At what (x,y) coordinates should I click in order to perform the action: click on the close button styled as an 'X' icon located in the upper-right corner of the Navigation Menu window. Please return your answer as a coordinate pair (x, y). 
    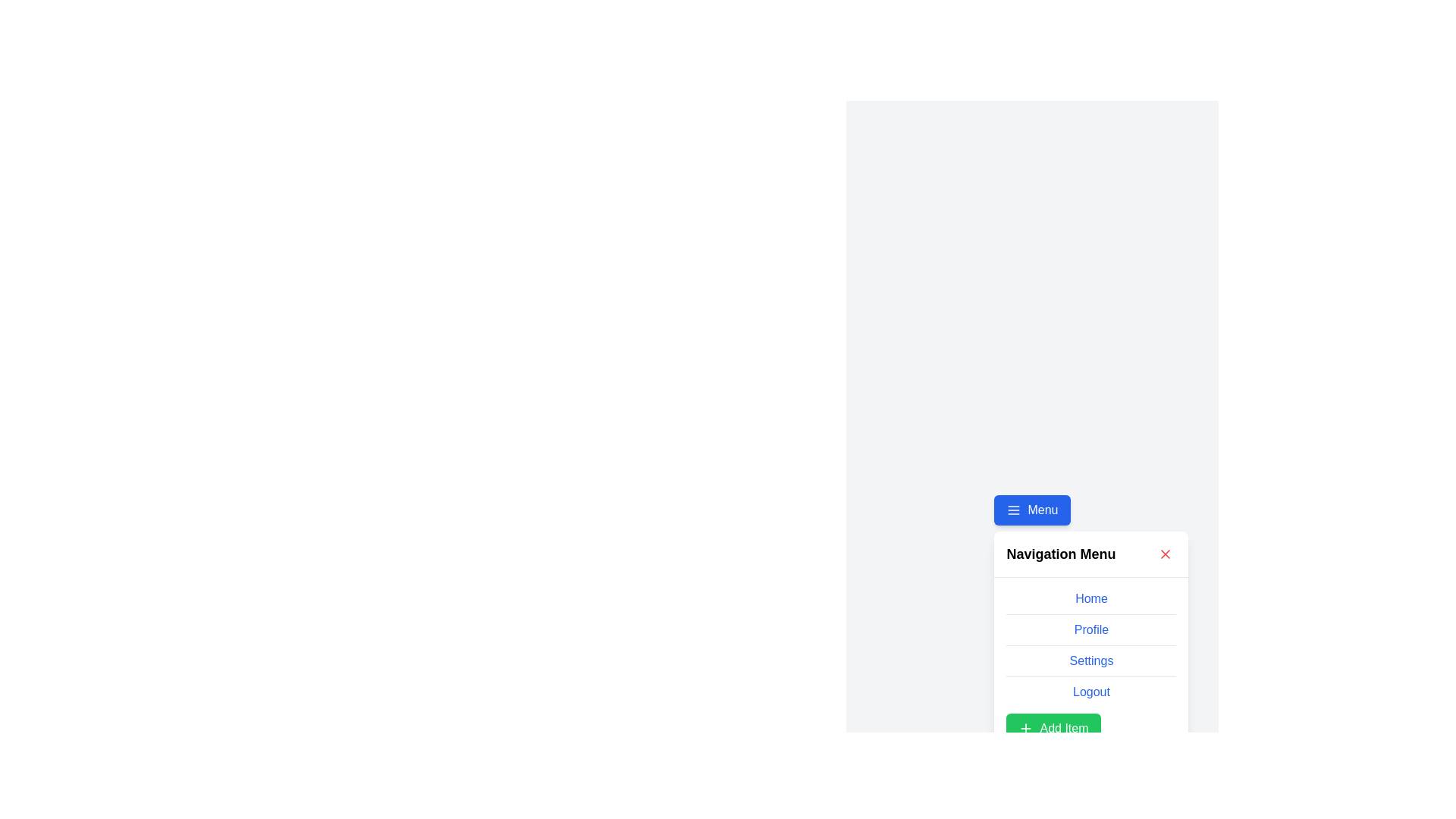
    Looking at the image, I should click on (1165, 554).